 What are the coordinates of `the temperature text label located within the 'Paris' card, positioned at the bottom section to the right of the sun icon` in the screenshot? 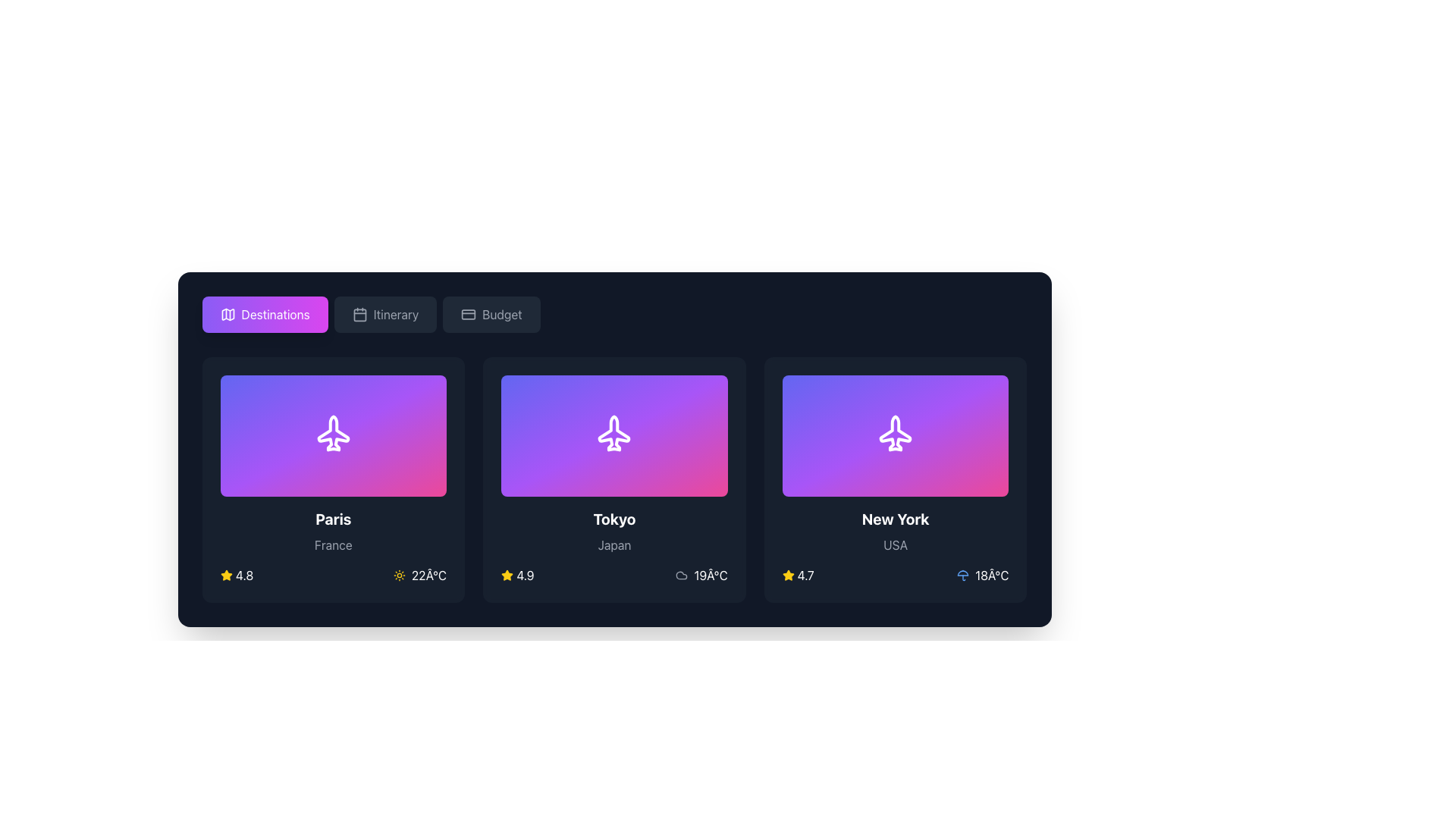 It's located at (428, 576).